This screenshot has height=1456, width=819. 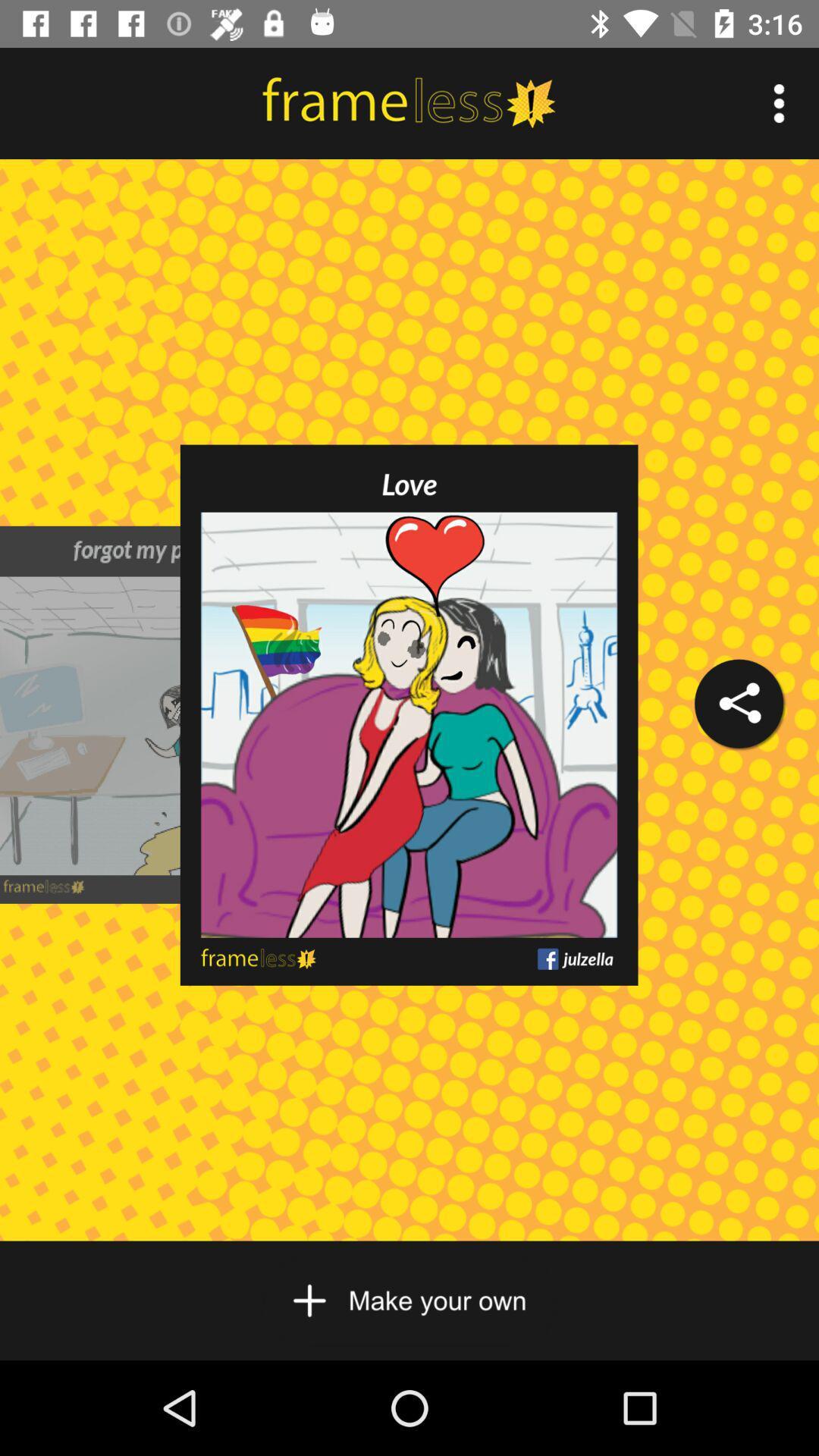 I want to click on see more options, so click(x=779, y=102).